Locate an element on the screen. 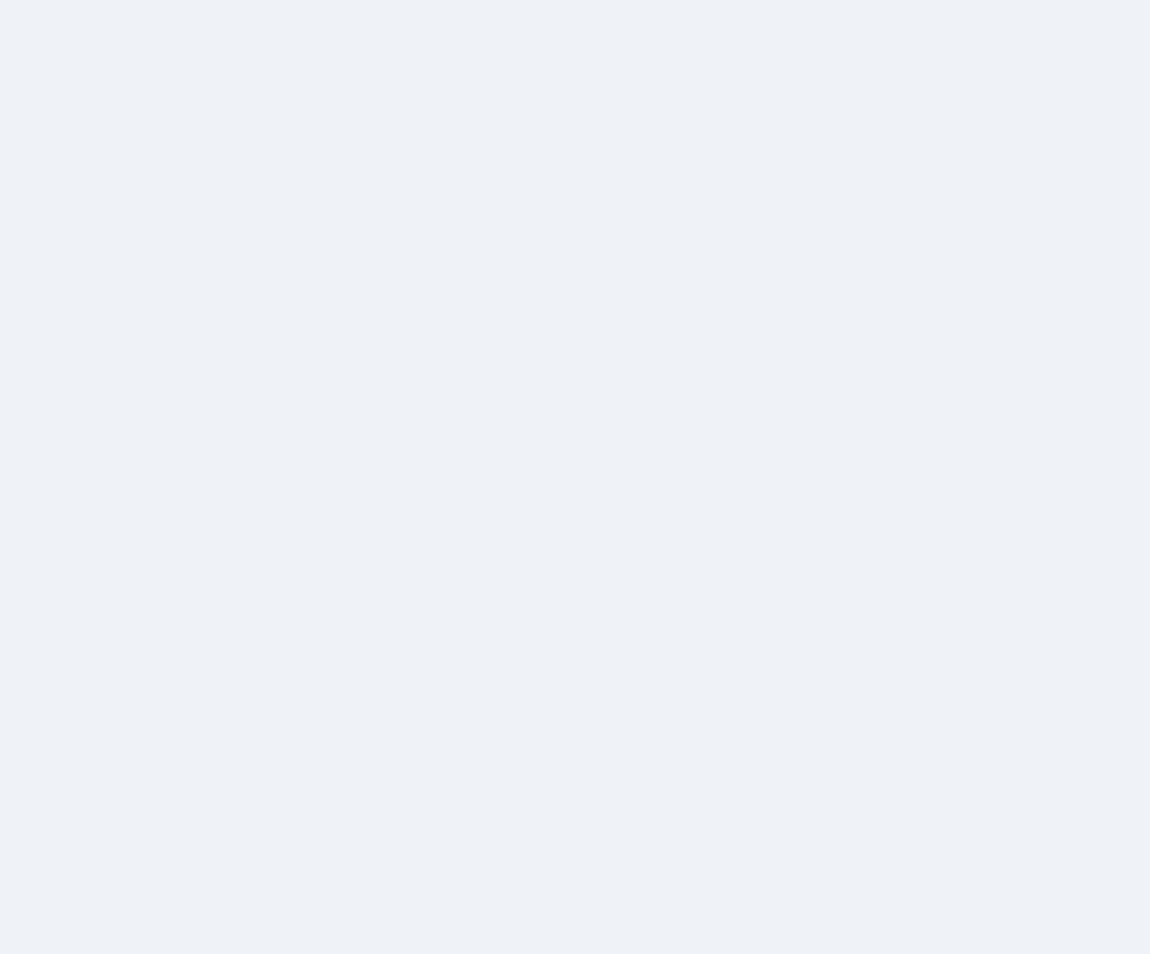 The height and width of the screenshot is (954, 1150). 'Aarhus' is located at coordinates (320, 38).